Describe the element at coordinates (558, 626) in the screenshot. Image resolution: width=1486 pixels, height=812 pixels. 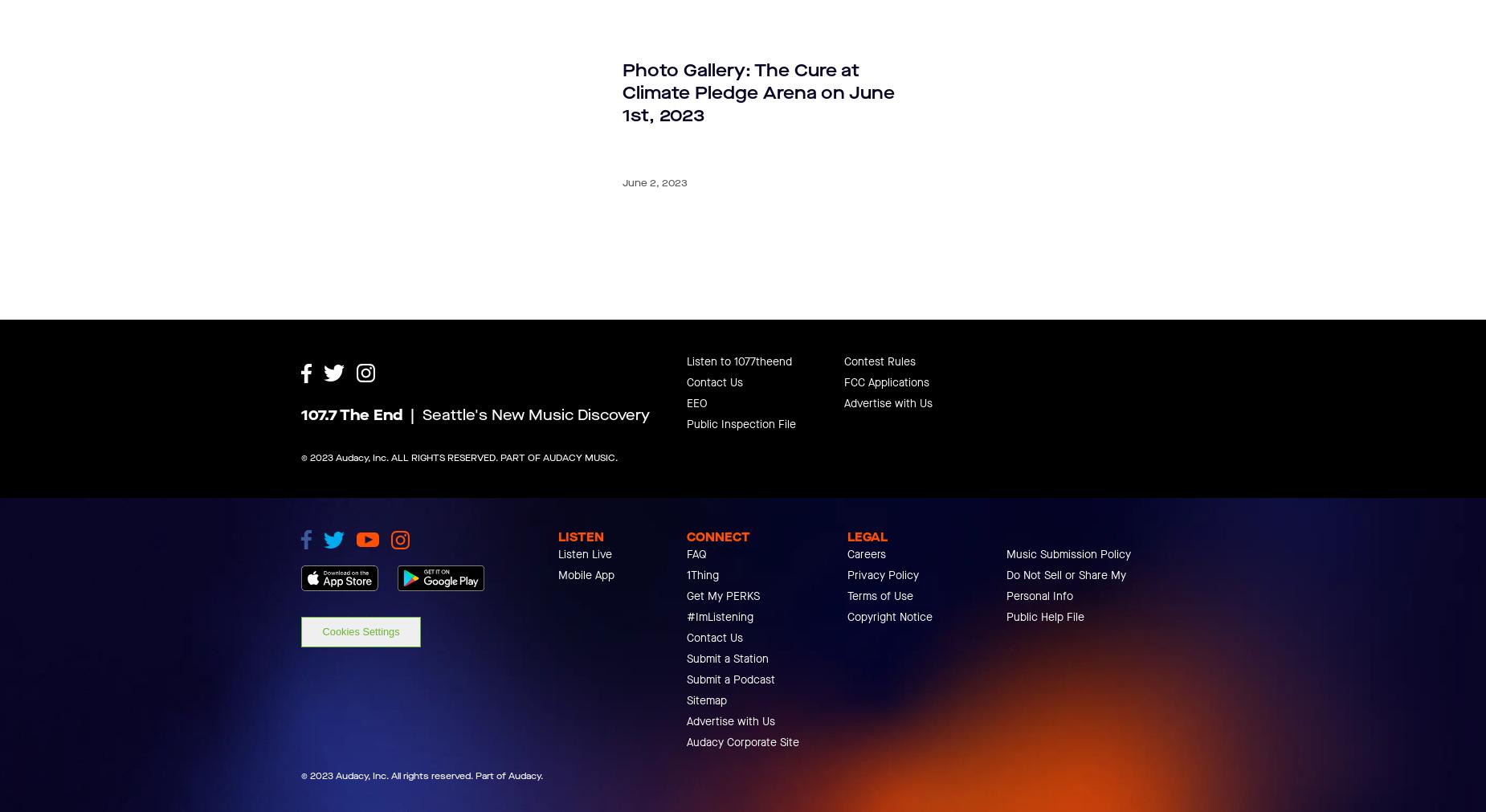
I see `'Listen Live'` at that location.